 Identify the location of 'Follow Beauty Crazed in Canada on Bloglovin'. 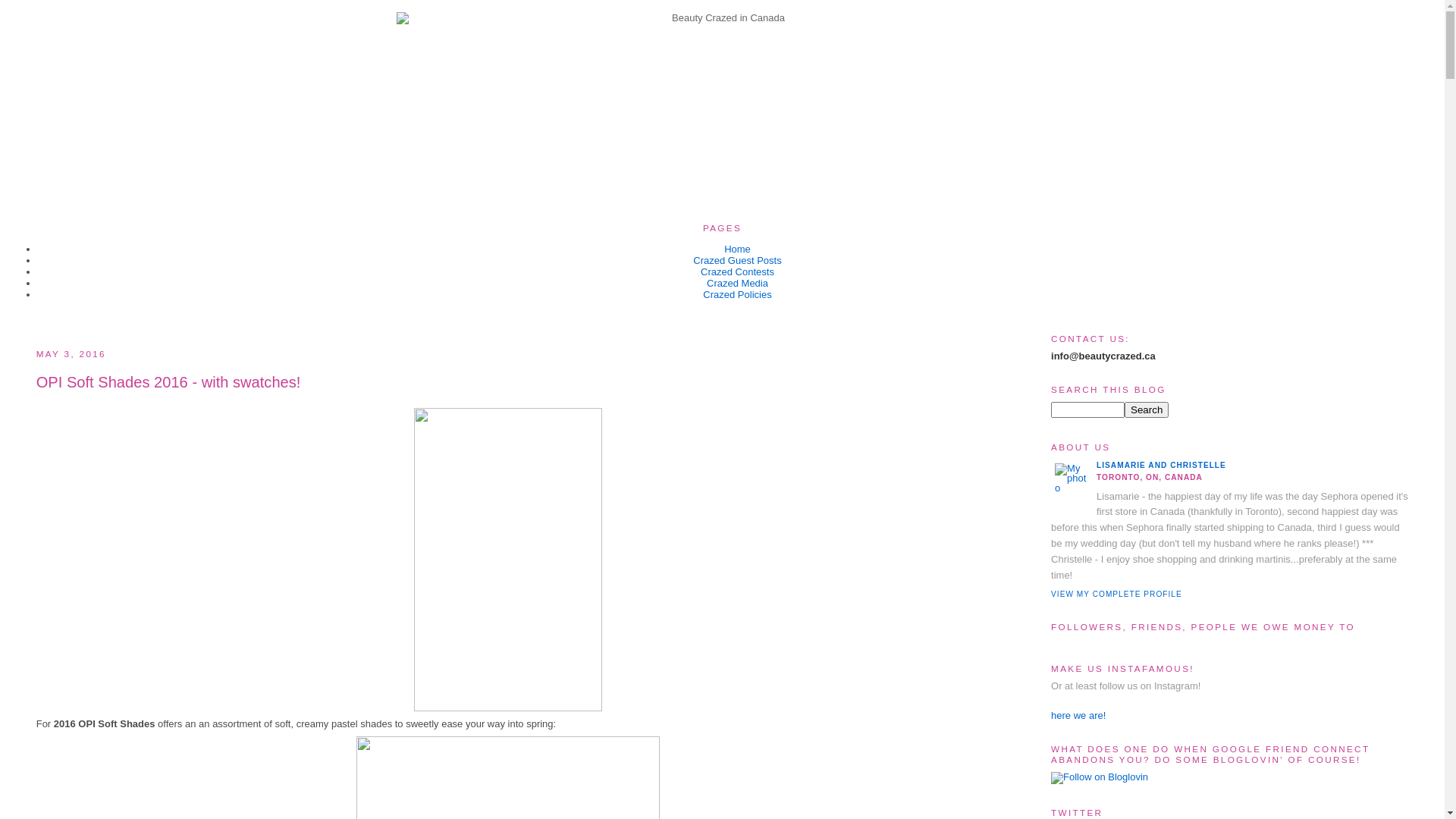
(1099, 777).